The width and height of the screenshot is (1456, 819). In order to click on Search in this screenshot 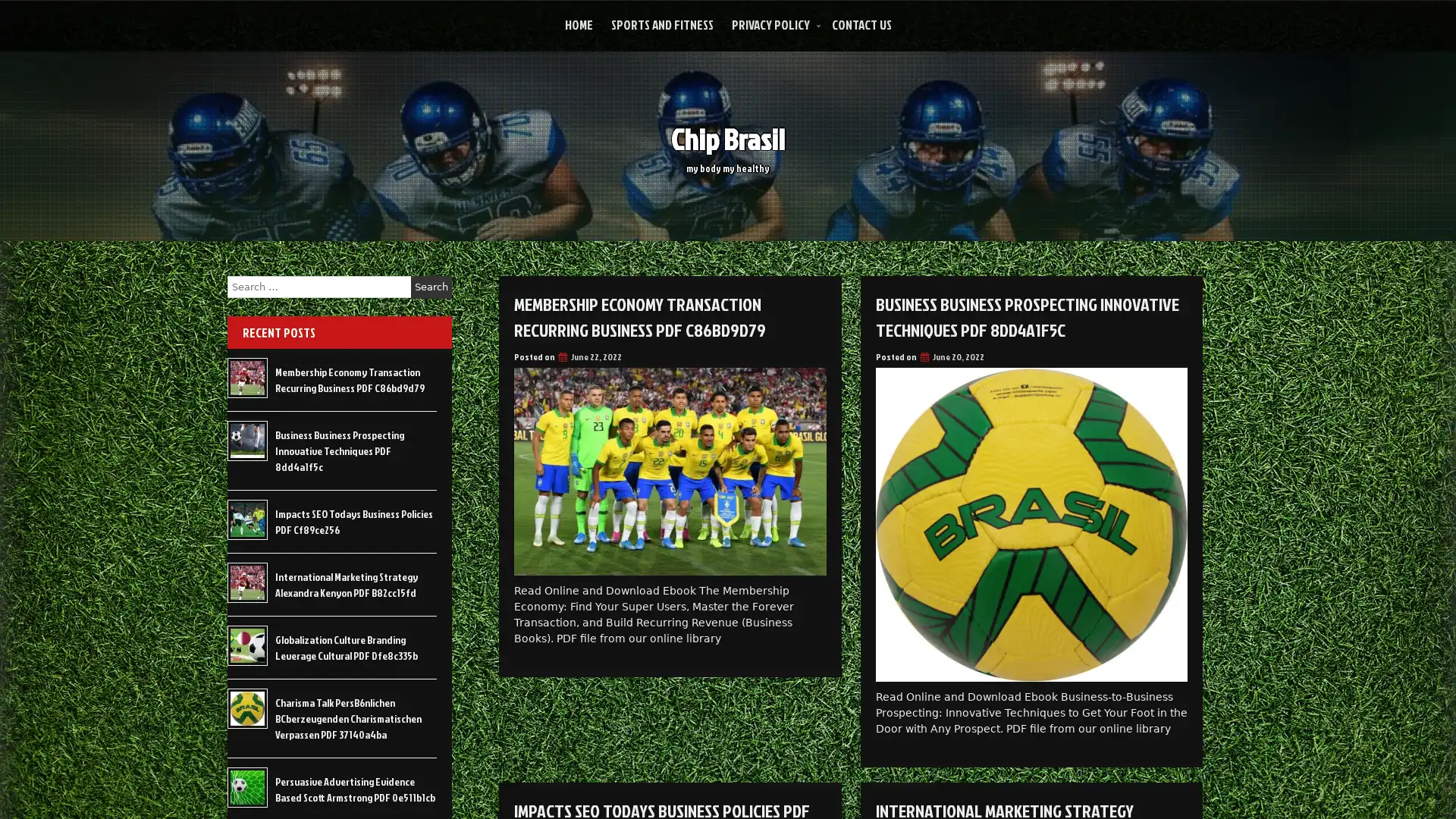, I will do `click(431, 287)`.